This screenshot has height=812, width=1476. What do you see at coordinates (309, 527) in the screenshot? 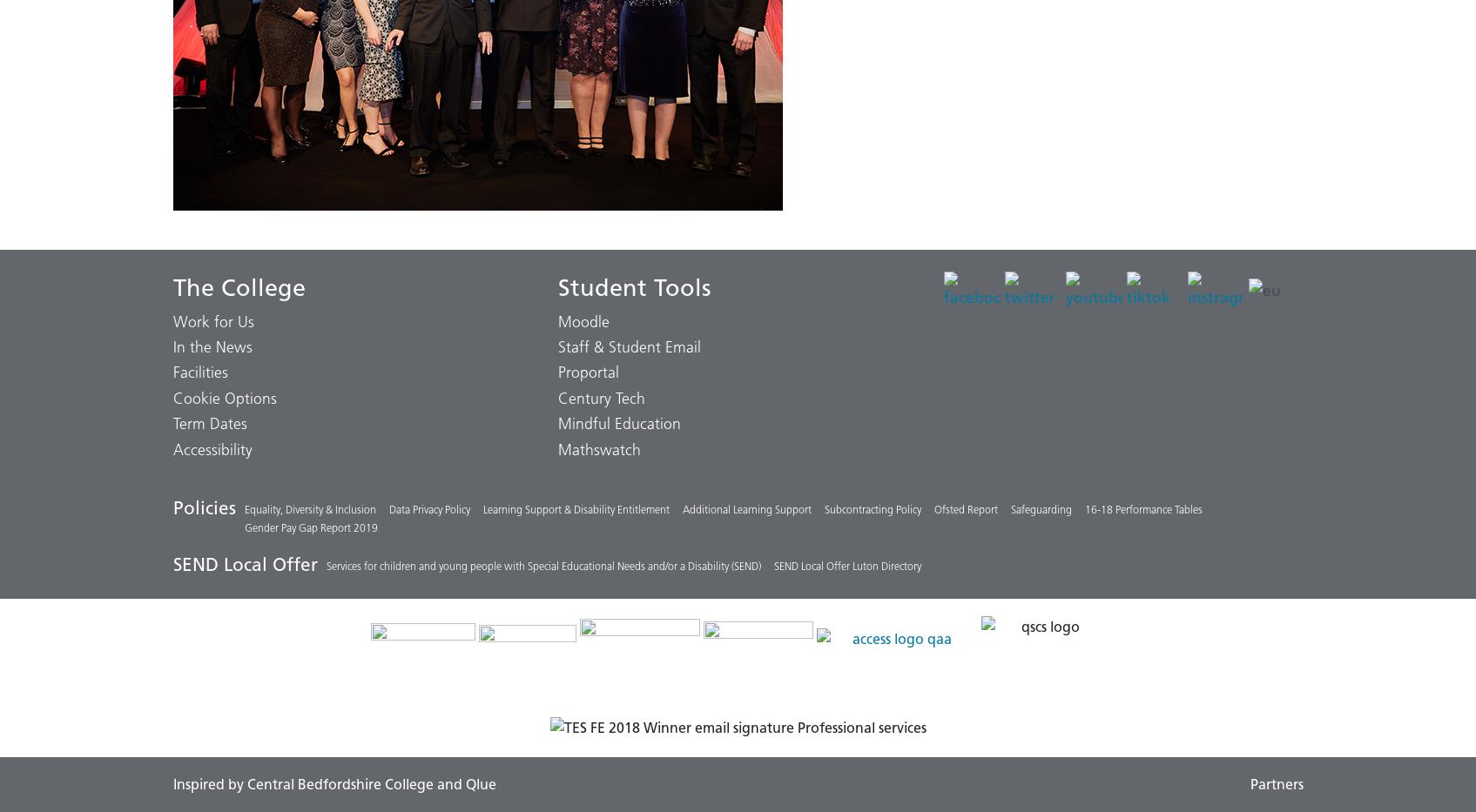
I see `'Gender Pay Gap Report 2019'` at bounding box center [309, 527].